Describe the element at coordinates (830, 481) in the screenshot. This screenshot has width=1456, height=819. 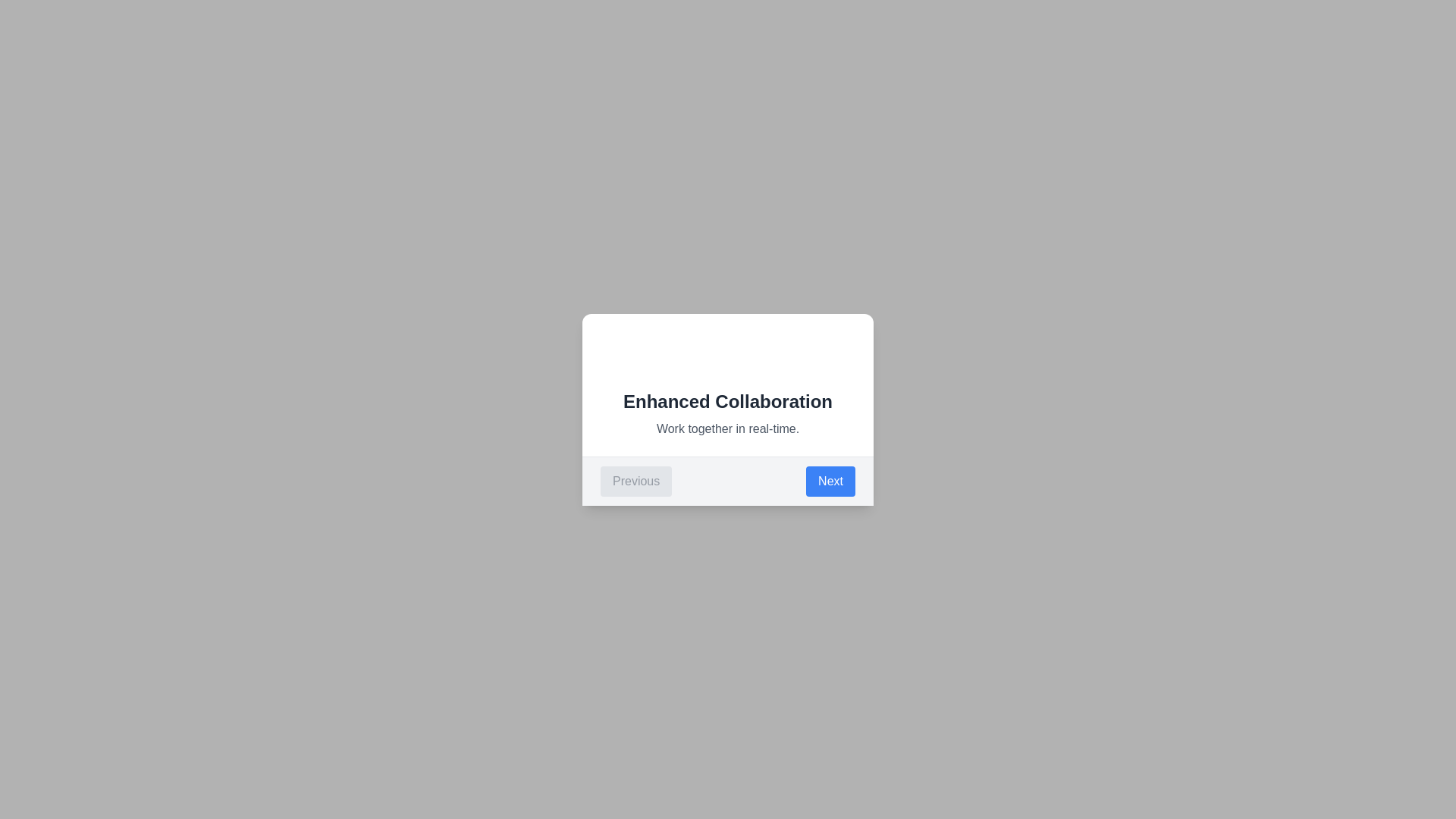
I see `the 'Next' button, which is a blue rectangular button with white text, located in the lower-right section of a panel` at that location.